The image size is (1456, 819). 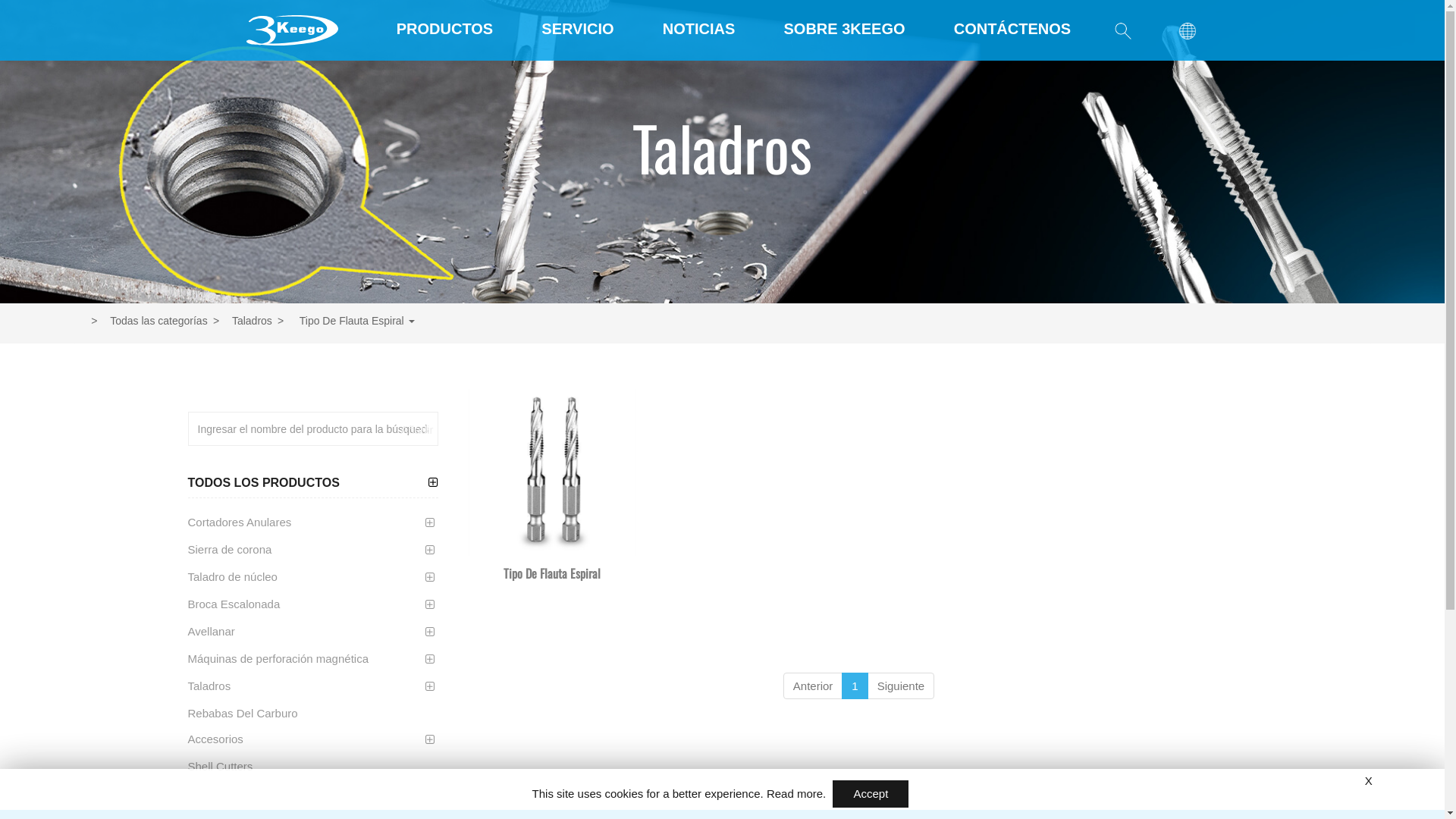 I want to click on 'SOBRE 3KEEGO', so click(x=843, y=29).